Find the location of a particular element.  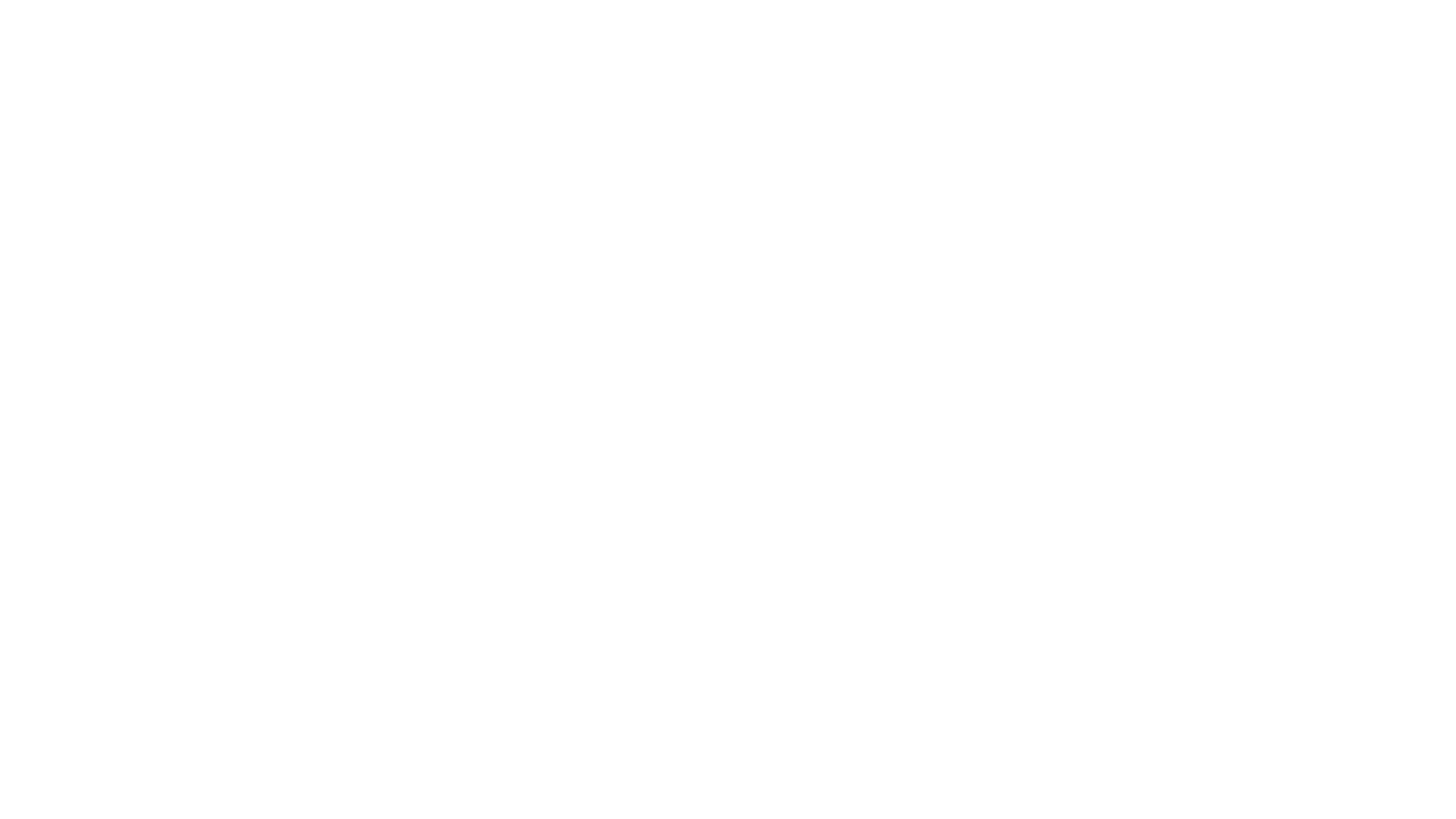

Swap origin and destination is located at coordinates (529, 505).